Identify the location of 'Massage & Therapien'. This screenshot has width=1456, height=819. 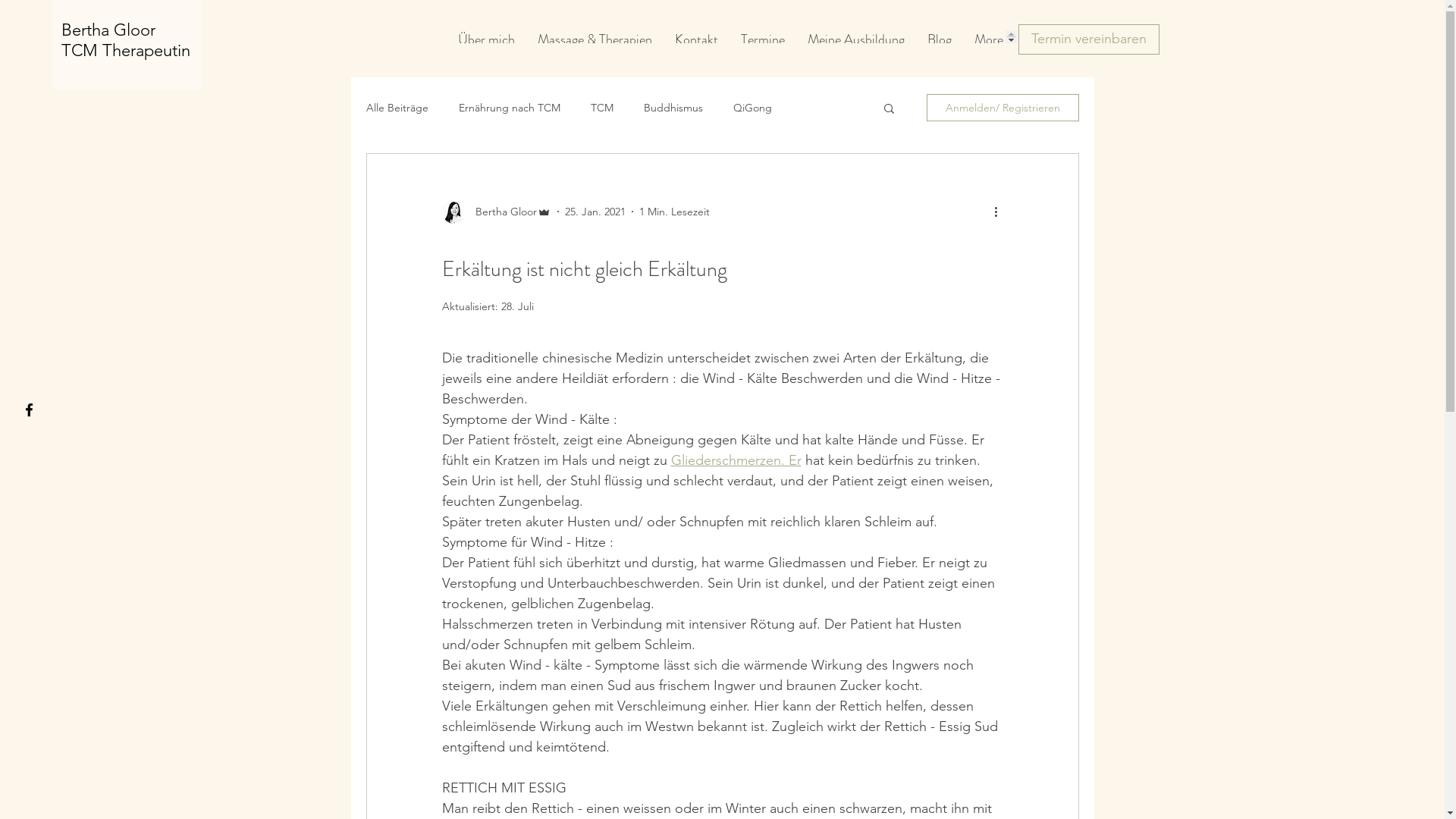
(594, 36).